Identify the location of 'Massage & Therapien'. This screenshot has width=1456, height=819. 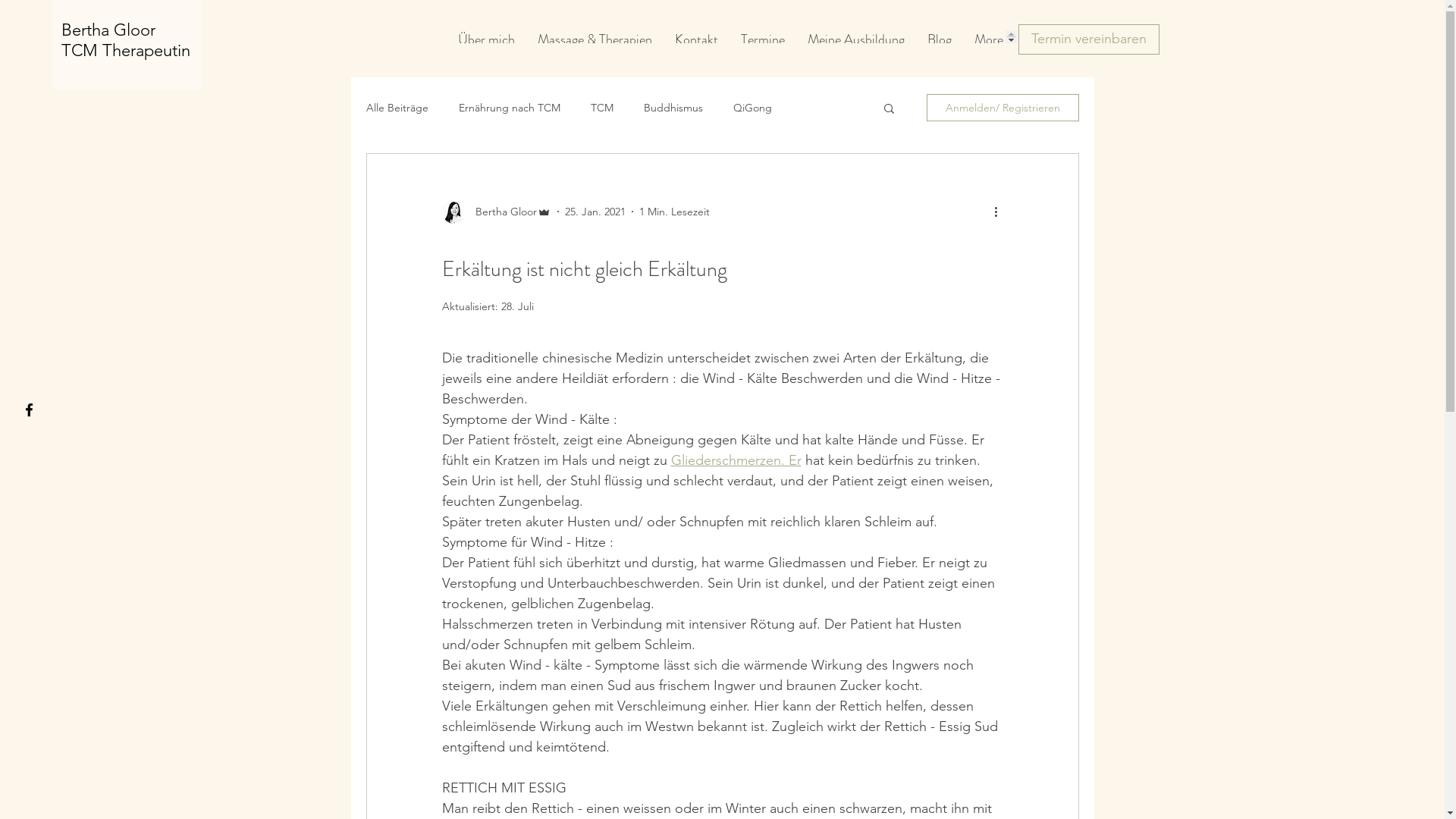
(594, 36).